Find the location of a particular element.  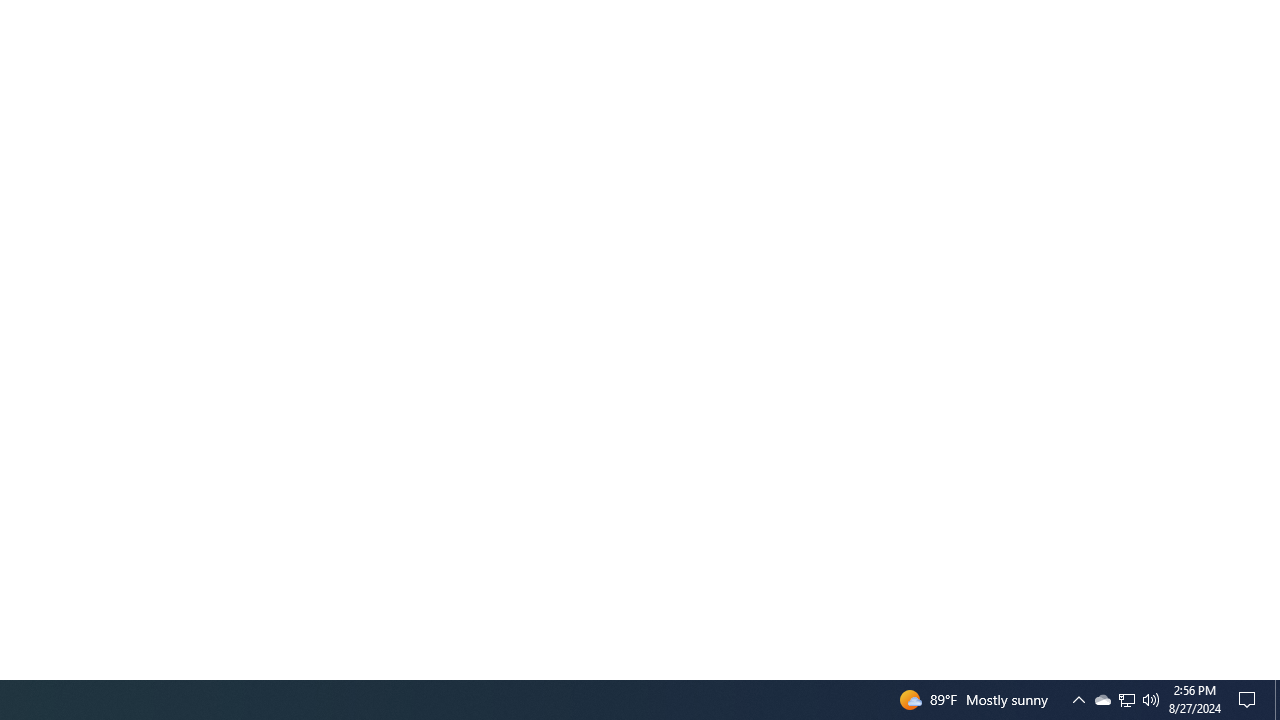

'Q2790: 100%' is located at coordinates (1101, 698).